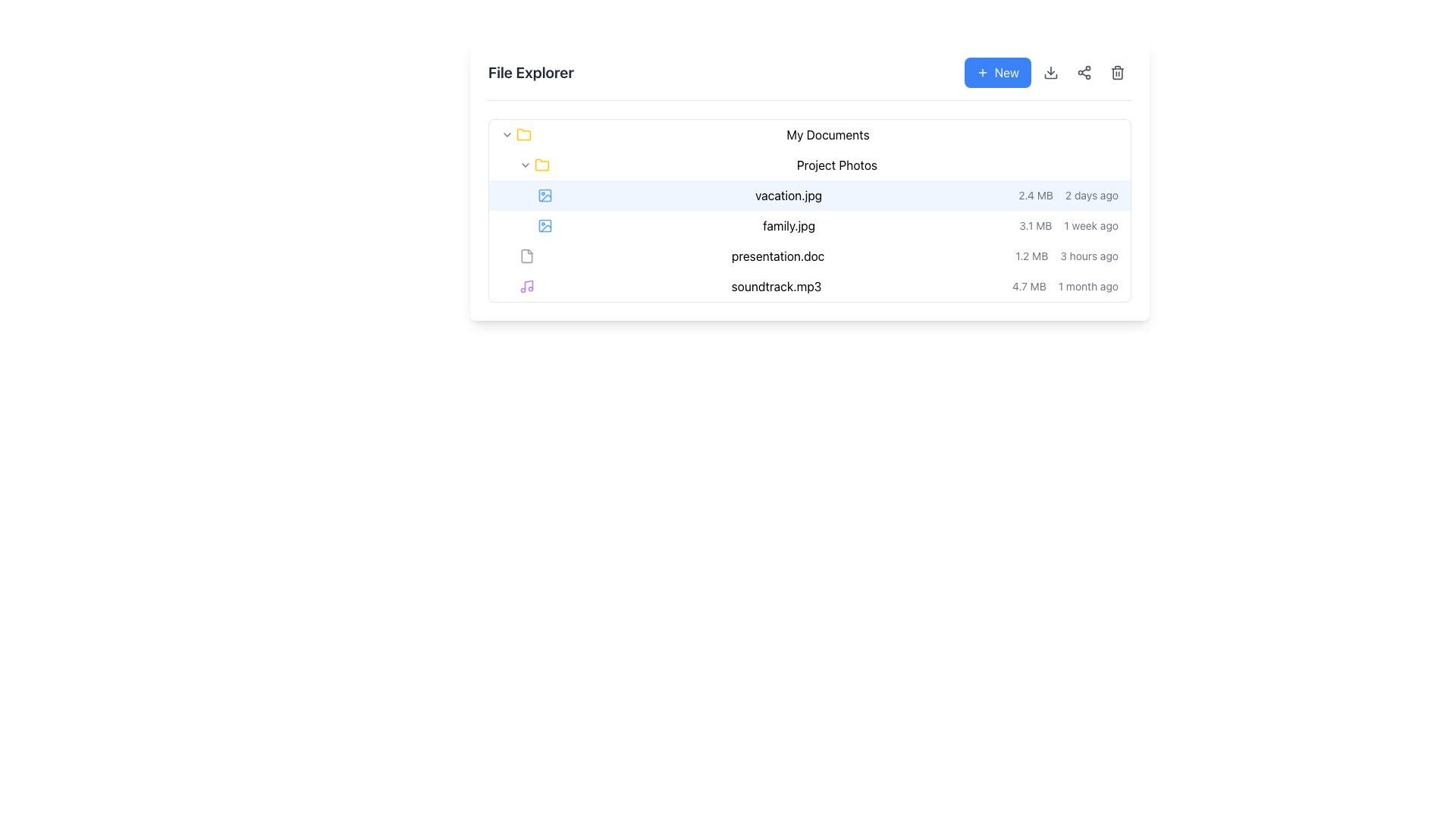 This screenshot has width=1456, height=819. Describe the element at coordinates (545, 195) in the screenshot. I see `the blue SVG icon representing an image located to the left of the filename 'vacation.jpg' for selection` at that location.